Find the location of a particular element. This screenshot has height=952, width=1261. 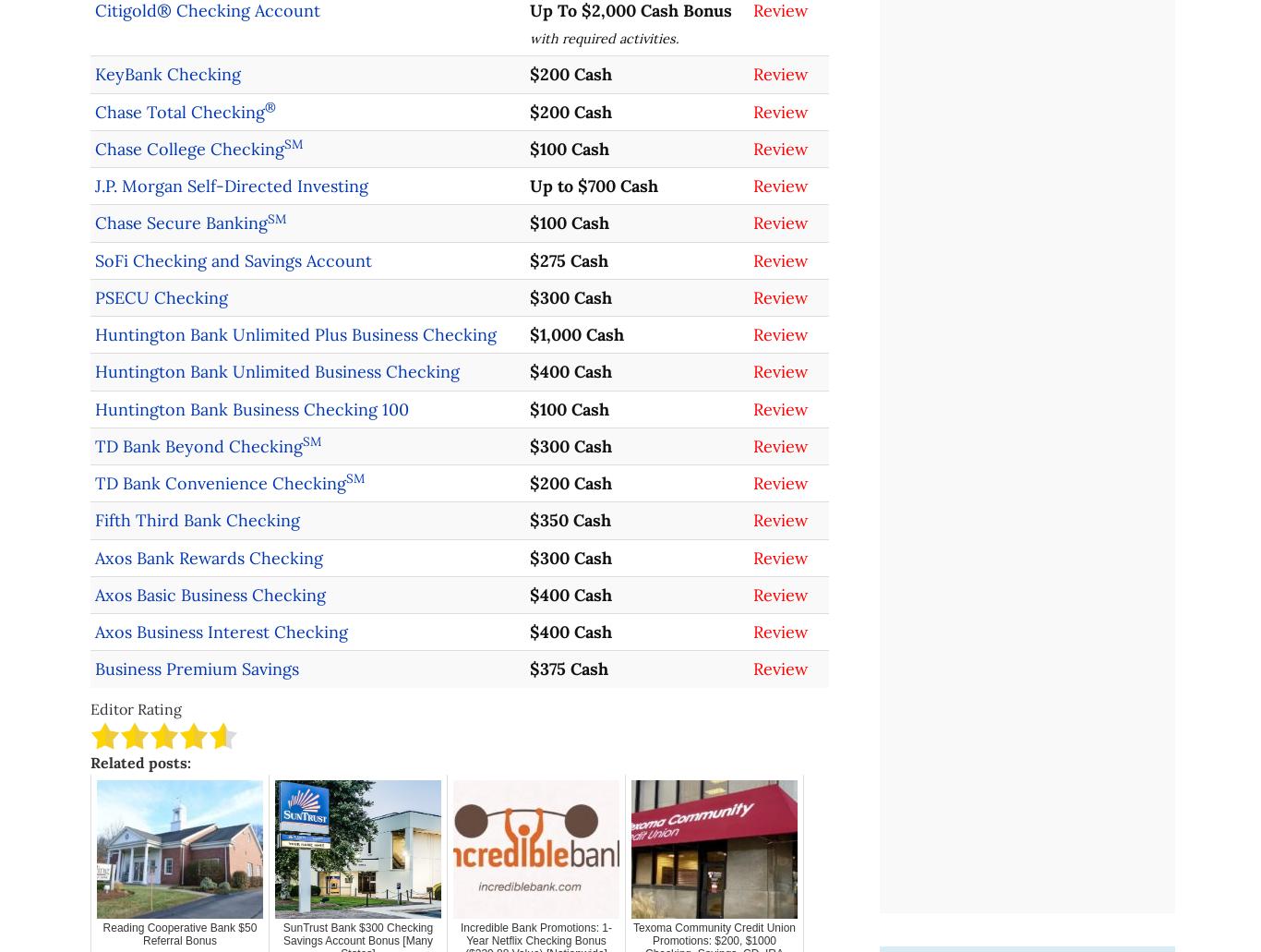

'Fifth Third Bank Checking' is located at coordinates (197, 519).